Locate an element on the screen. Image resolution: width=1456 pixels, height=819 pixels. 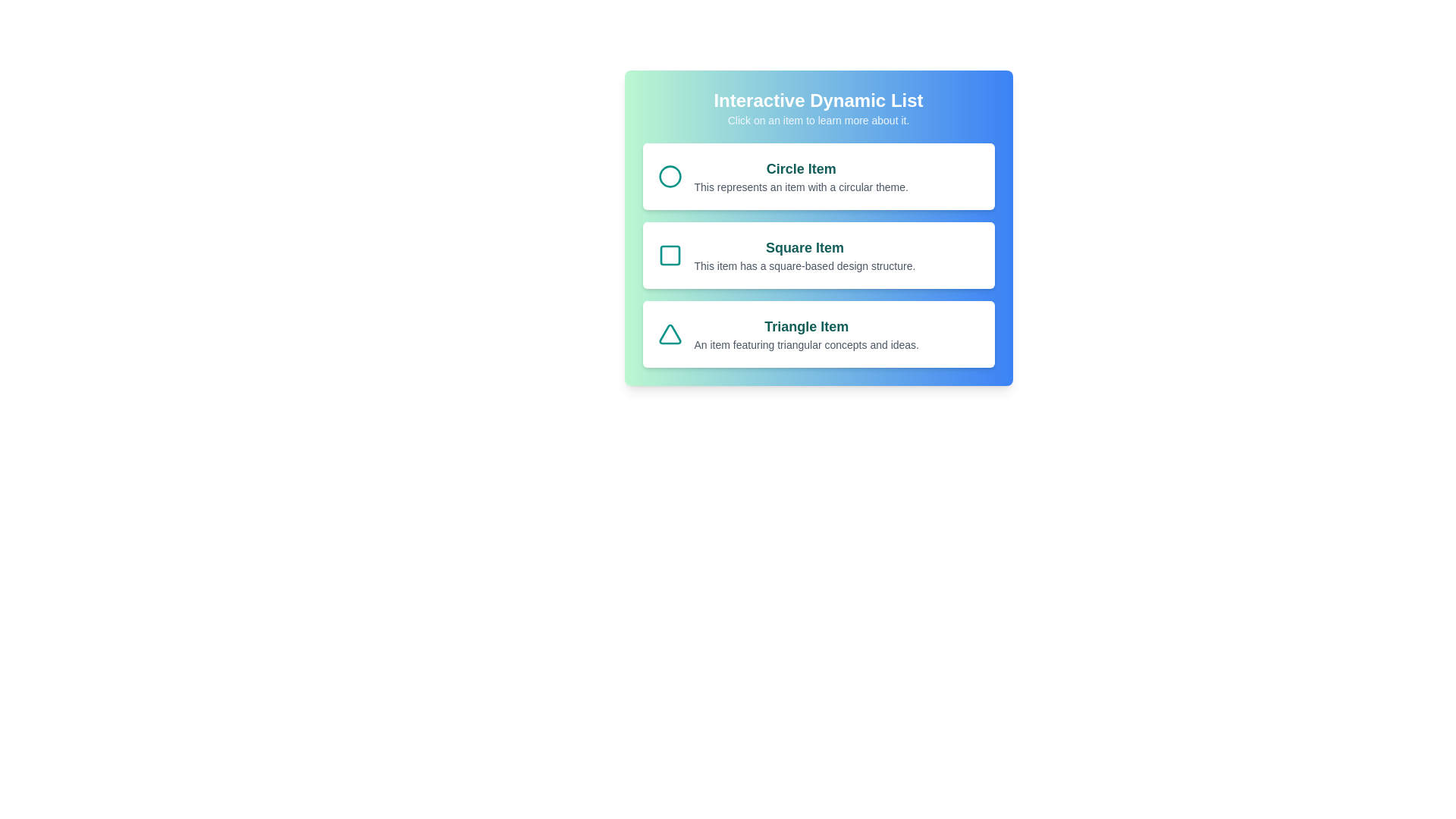
the icon of the Triangle item to focus on it is located at coordinates (669, 333).